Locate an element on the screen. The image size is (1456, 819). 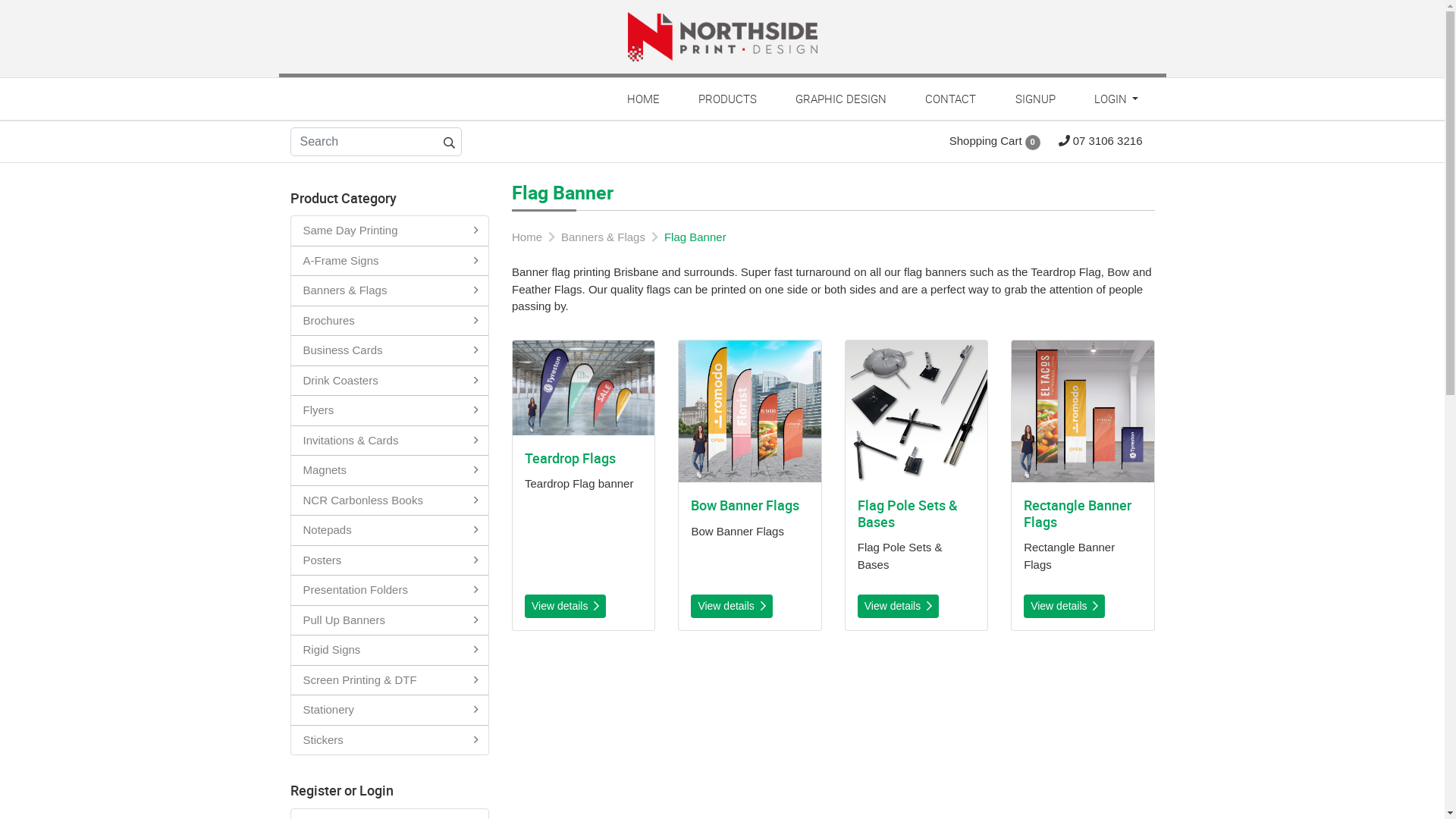
'Business Cards' is located at coordinates (390, 350).